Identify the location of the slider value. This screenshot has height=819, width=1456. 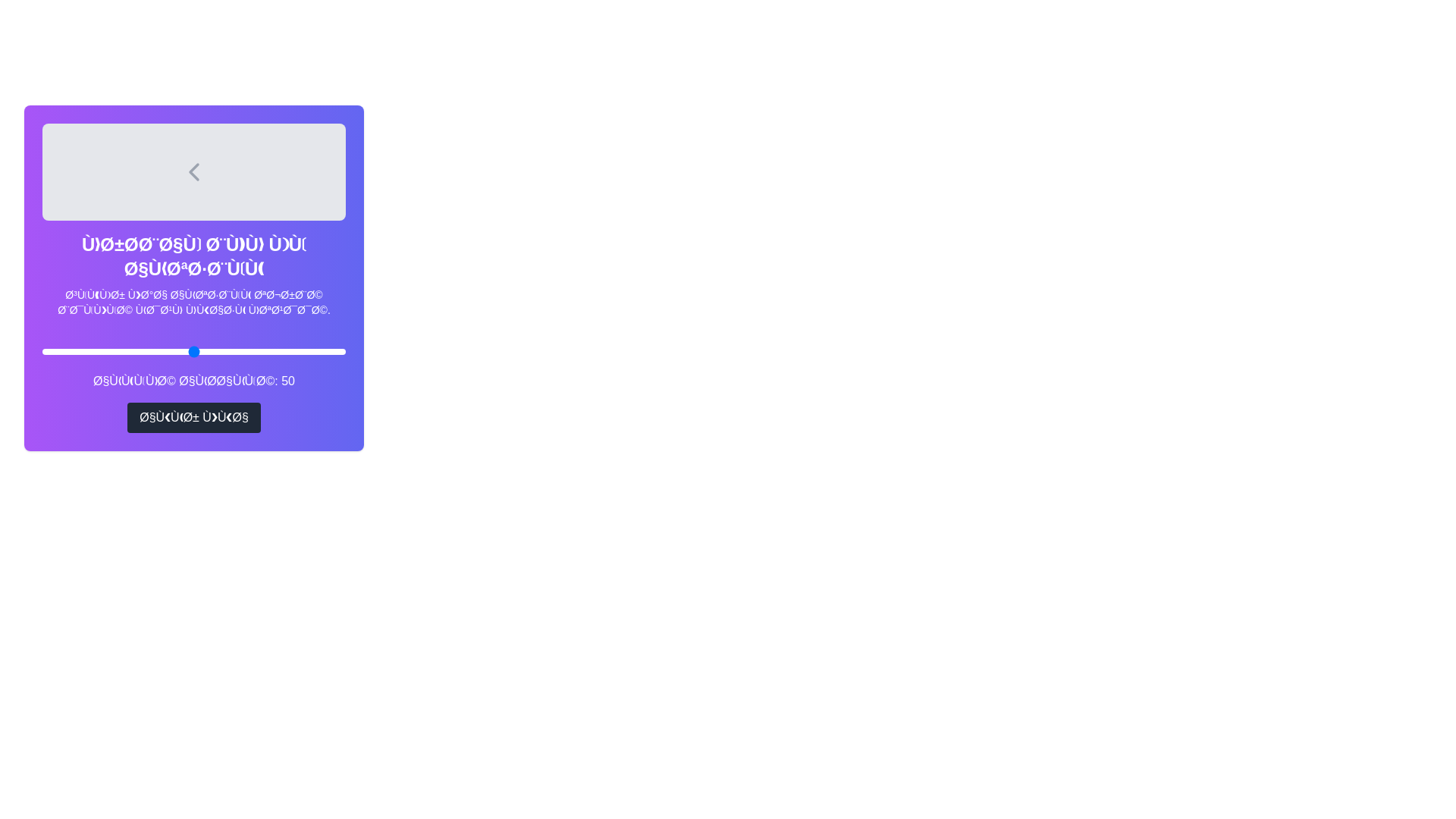
(175, 351).